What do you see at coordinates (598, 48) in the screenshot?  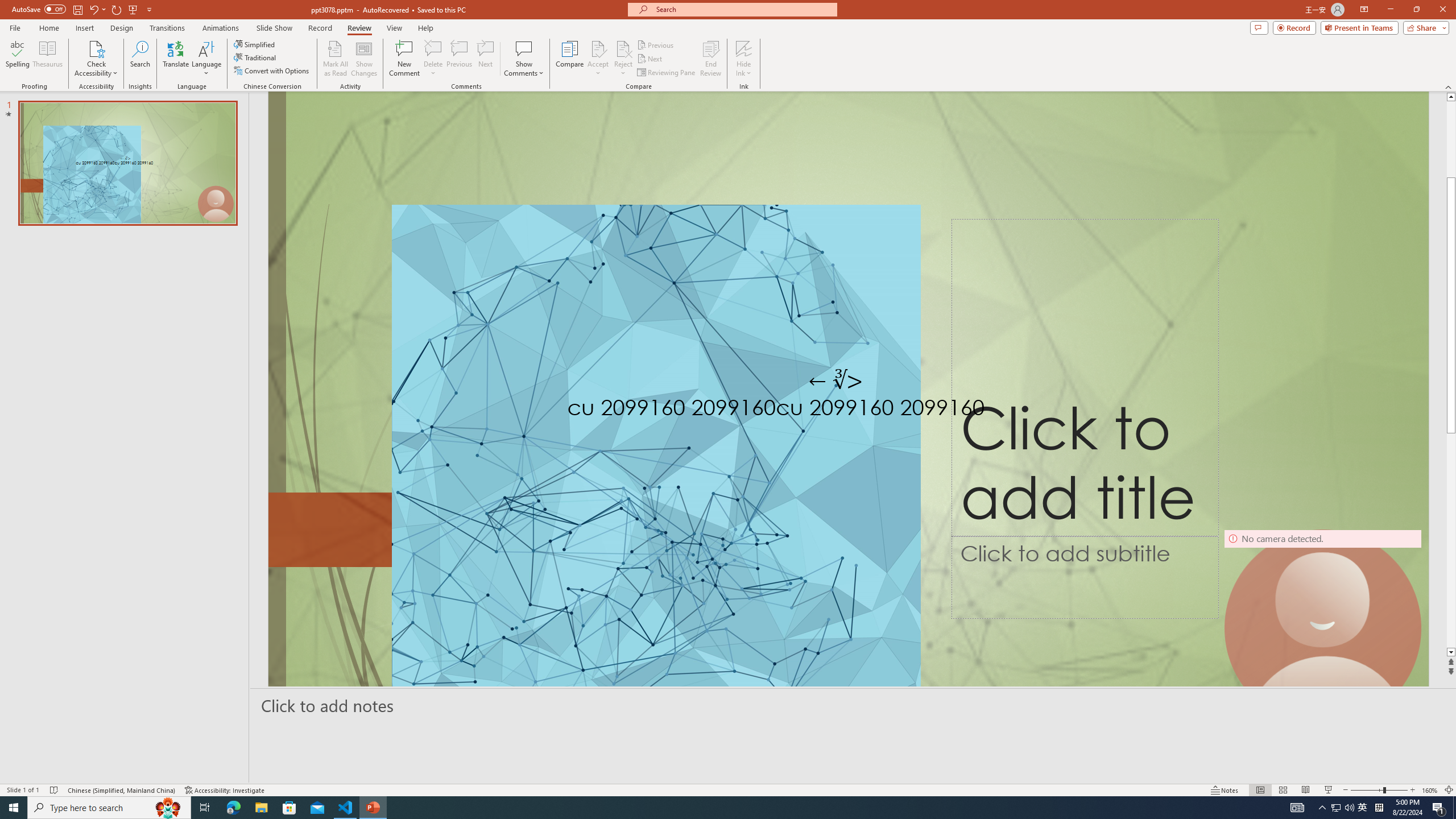 I see `'Accept Change'` at bounding box center [598, 48].